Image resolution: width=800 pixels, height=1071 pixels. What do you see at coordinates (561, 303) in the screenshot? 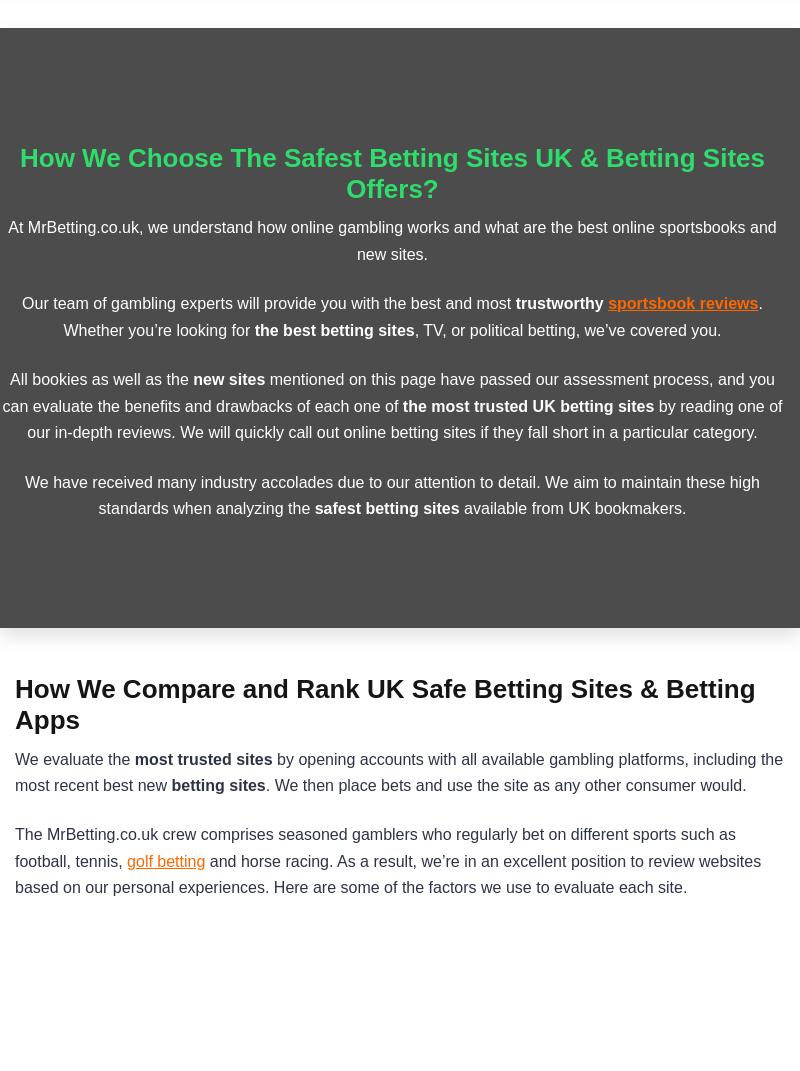
I see `'trustworthy'` at bounding box center [561, 303].